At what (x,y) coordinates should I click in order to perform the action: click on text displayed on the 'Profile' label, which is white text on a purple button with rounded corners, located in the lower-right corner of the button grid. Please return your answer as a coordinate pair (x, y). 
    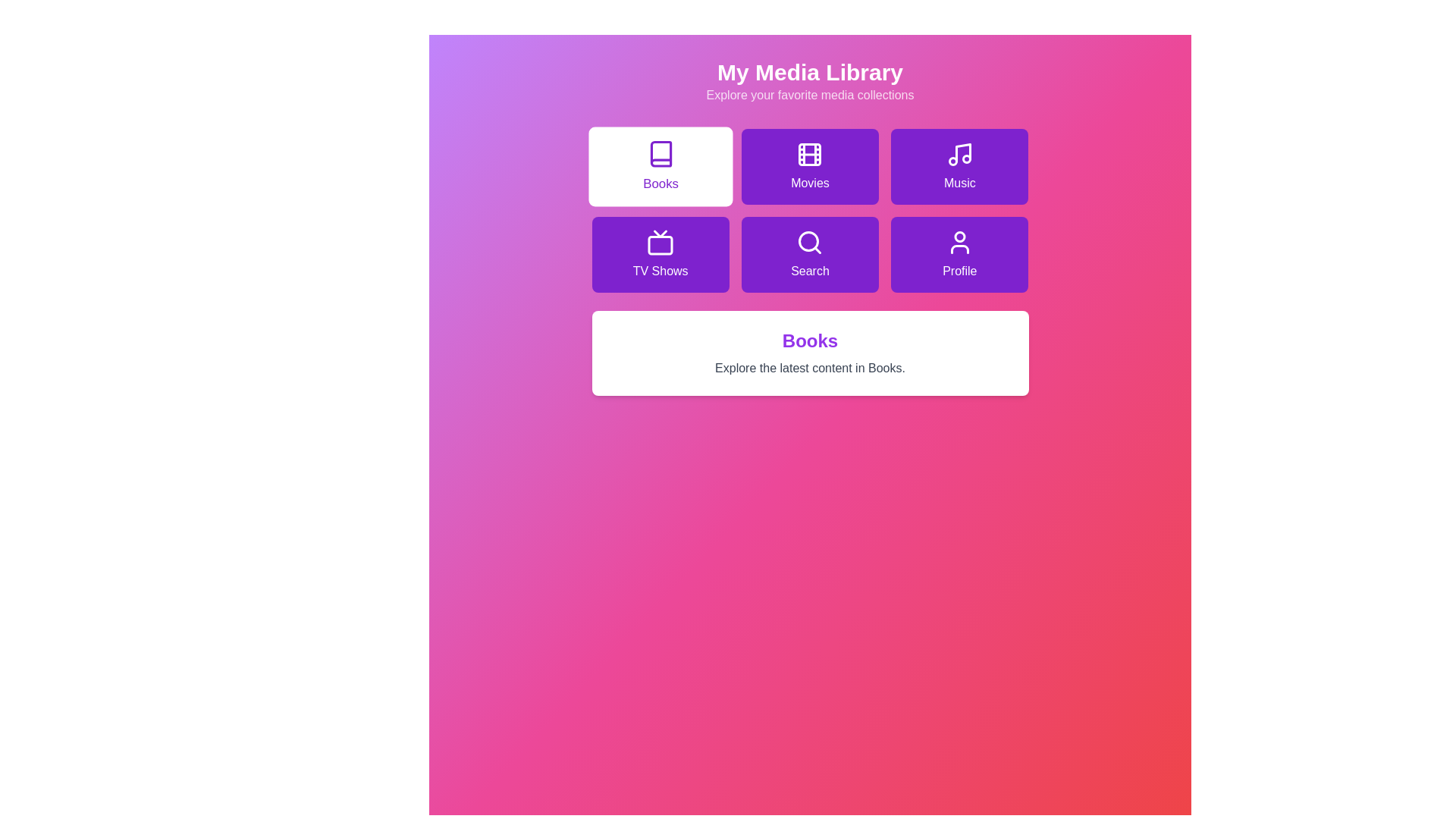
    Looking at the image, I should click on (959, 271).